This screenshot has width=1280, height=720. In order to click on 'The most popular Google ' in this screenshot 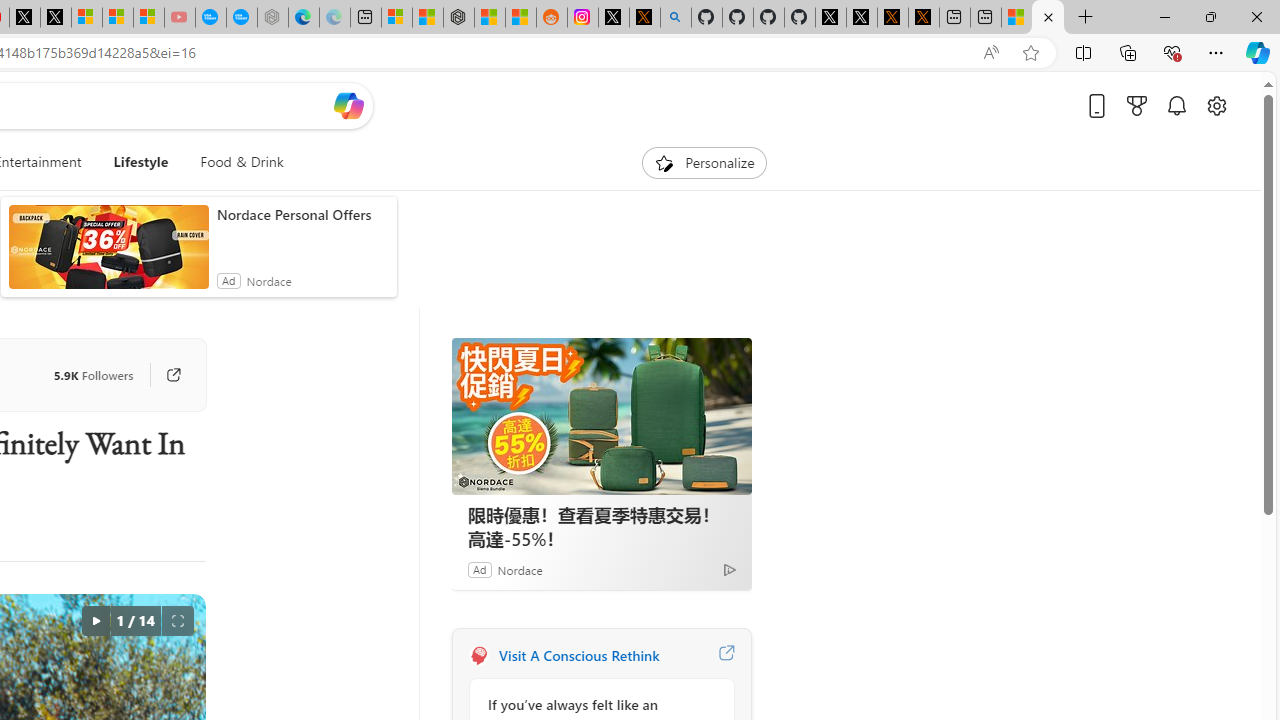, I will do `click(240, 17)`.